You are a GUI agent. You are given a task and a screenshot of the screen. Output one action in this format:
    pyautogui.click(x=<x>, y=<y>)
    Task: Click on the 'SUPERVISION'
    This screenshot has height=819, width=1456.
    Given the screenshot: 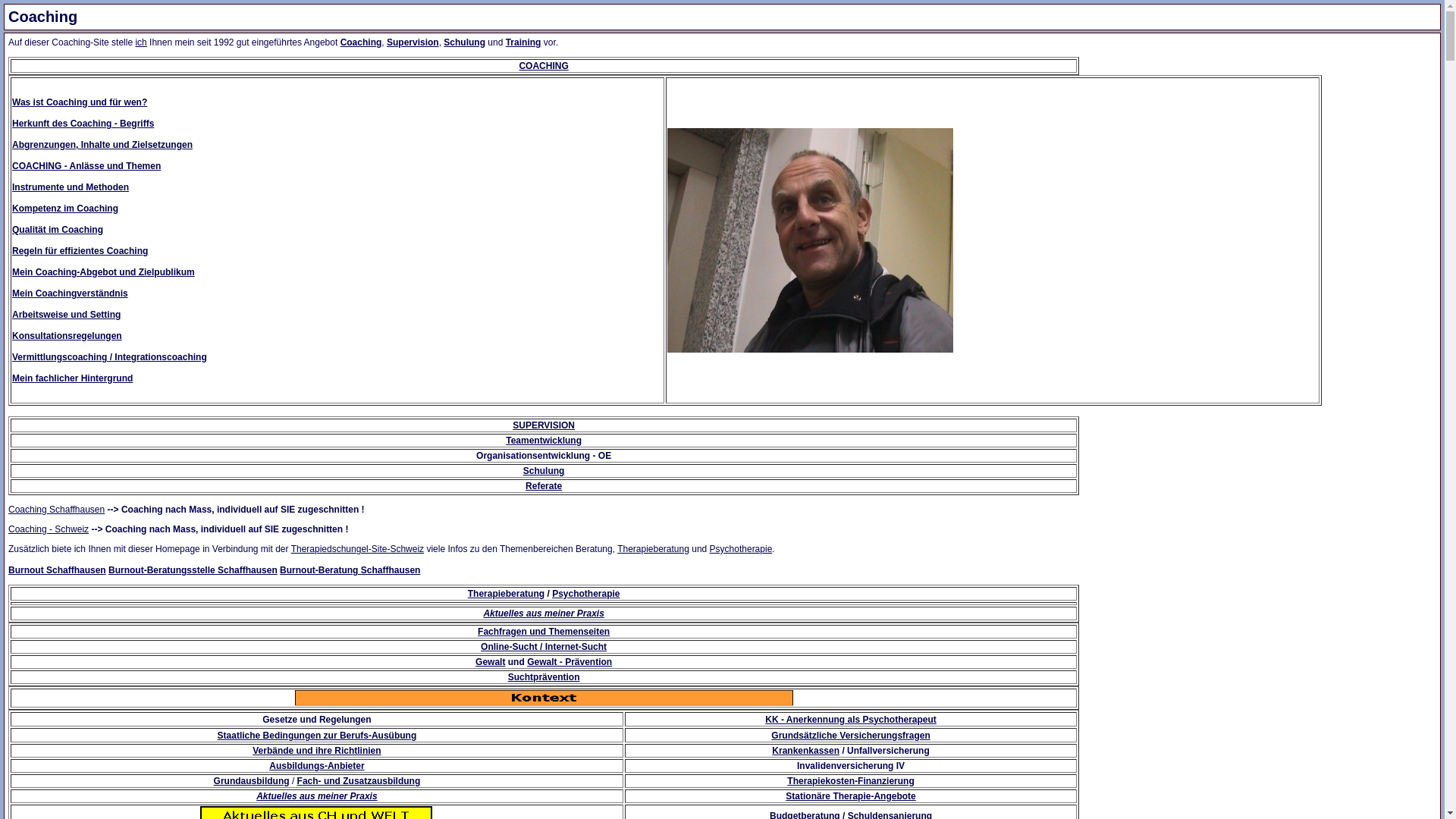 What is the action you would take?
    pyautogui.click(x=543, y=425)
    